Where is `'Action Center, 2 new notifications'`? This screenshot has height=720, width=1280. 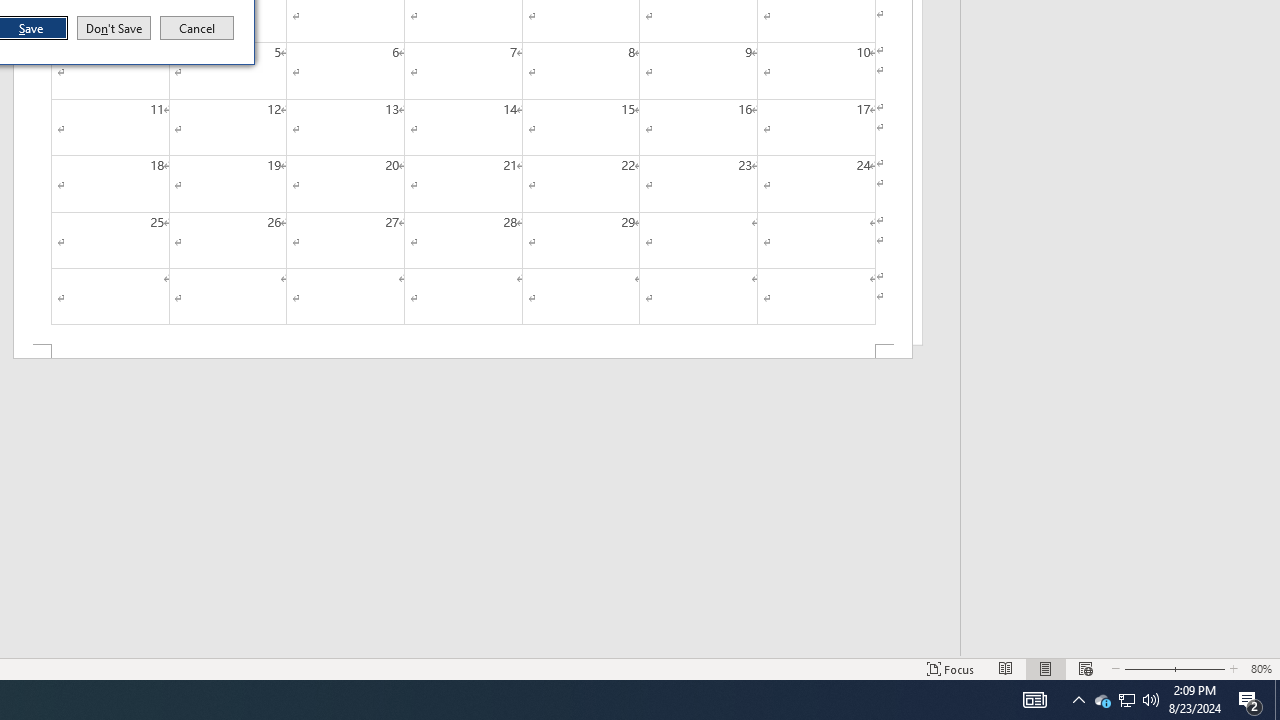
'Action Center, 2 new notifications' is located at coordinates (1250, 698).